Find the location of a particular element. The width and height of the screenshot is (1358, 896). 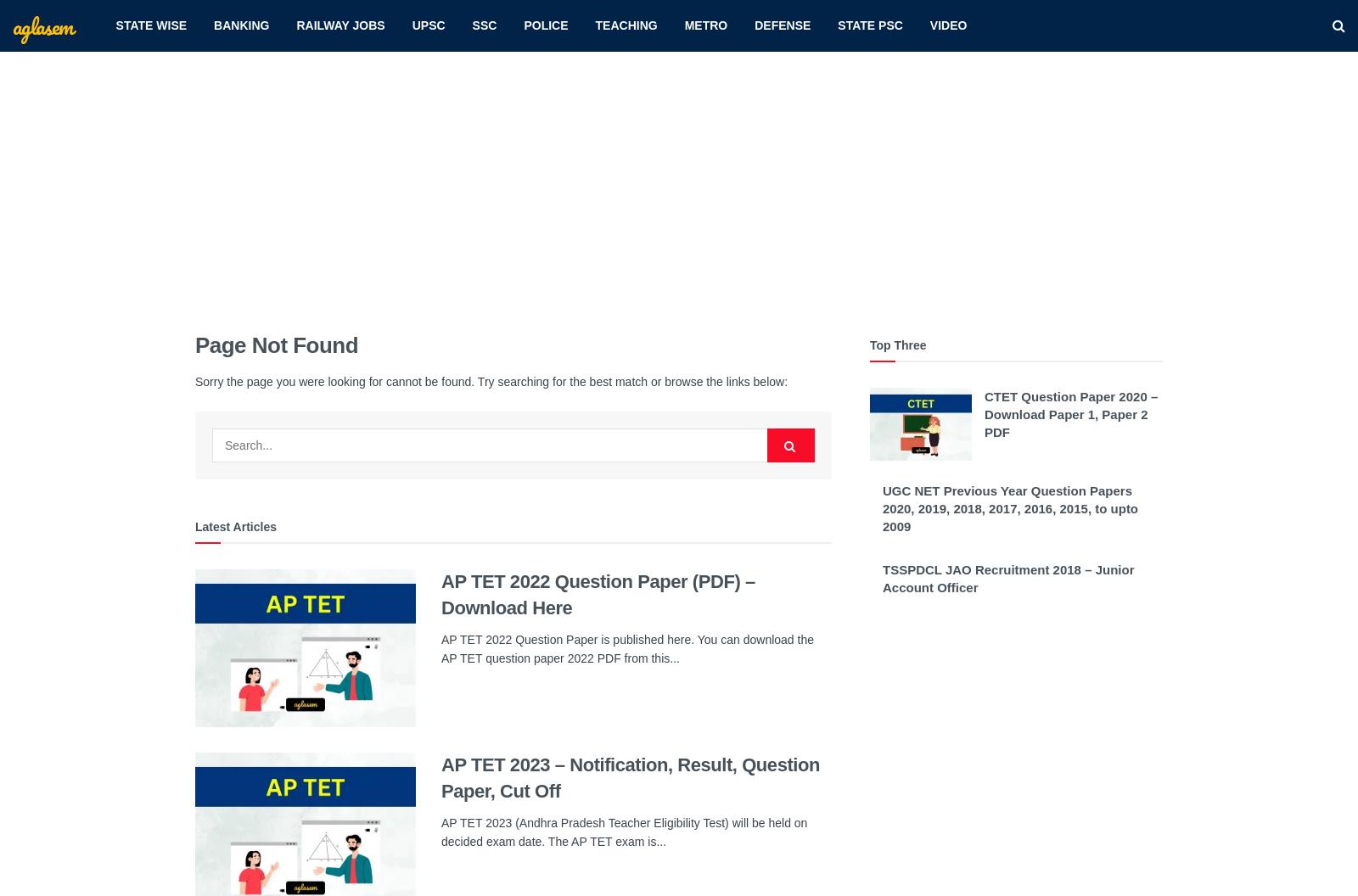

'UGC NET Previous Year Question Papers 2020, 2019, 2018, 2017, 2016, 2015, to upto 2009' is located at coordinates (1010, 507).